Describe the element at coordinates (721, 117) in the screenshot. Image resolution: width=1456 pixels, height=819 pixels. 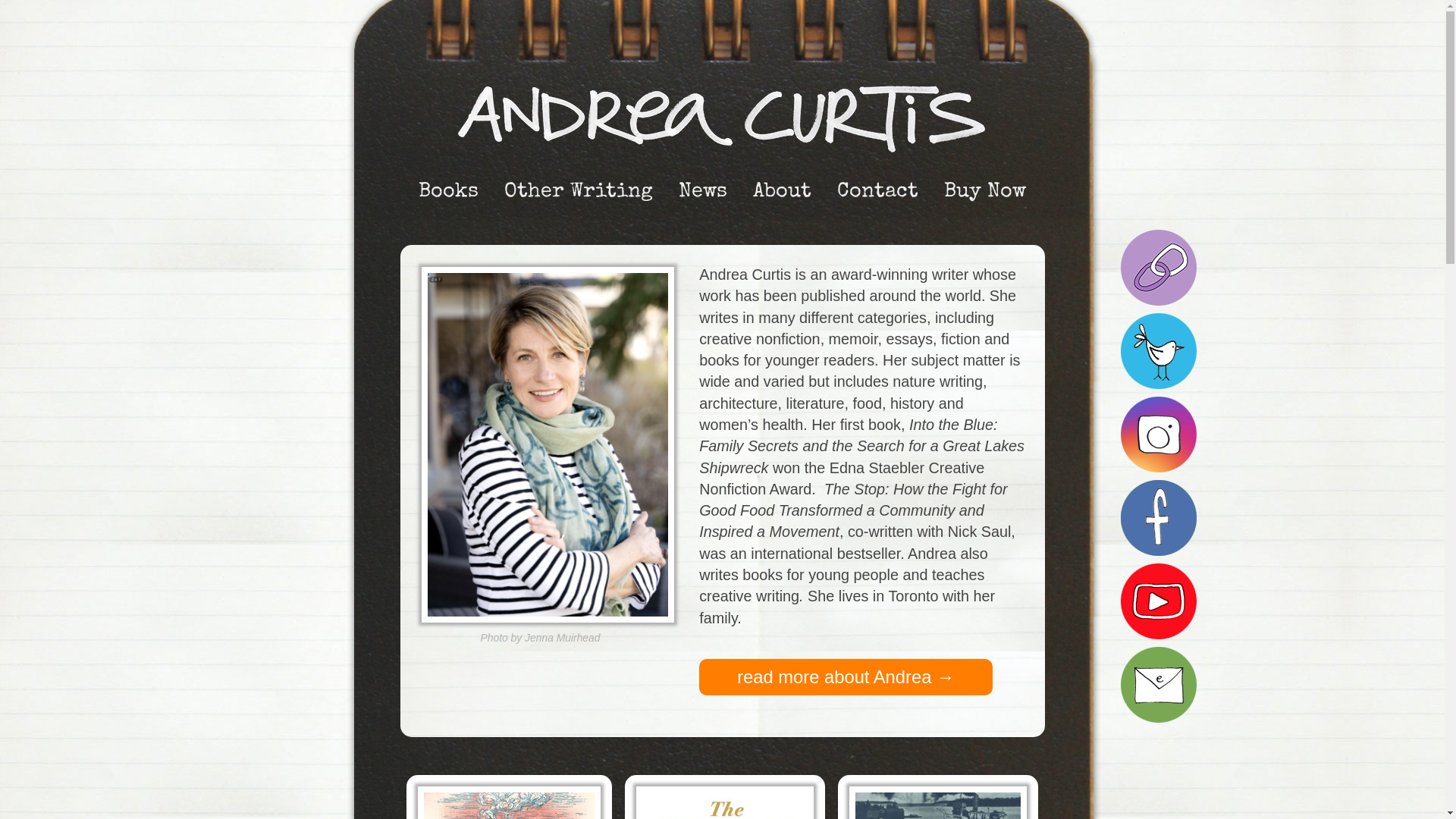
I see `'Andrea Curtis'` at that location.